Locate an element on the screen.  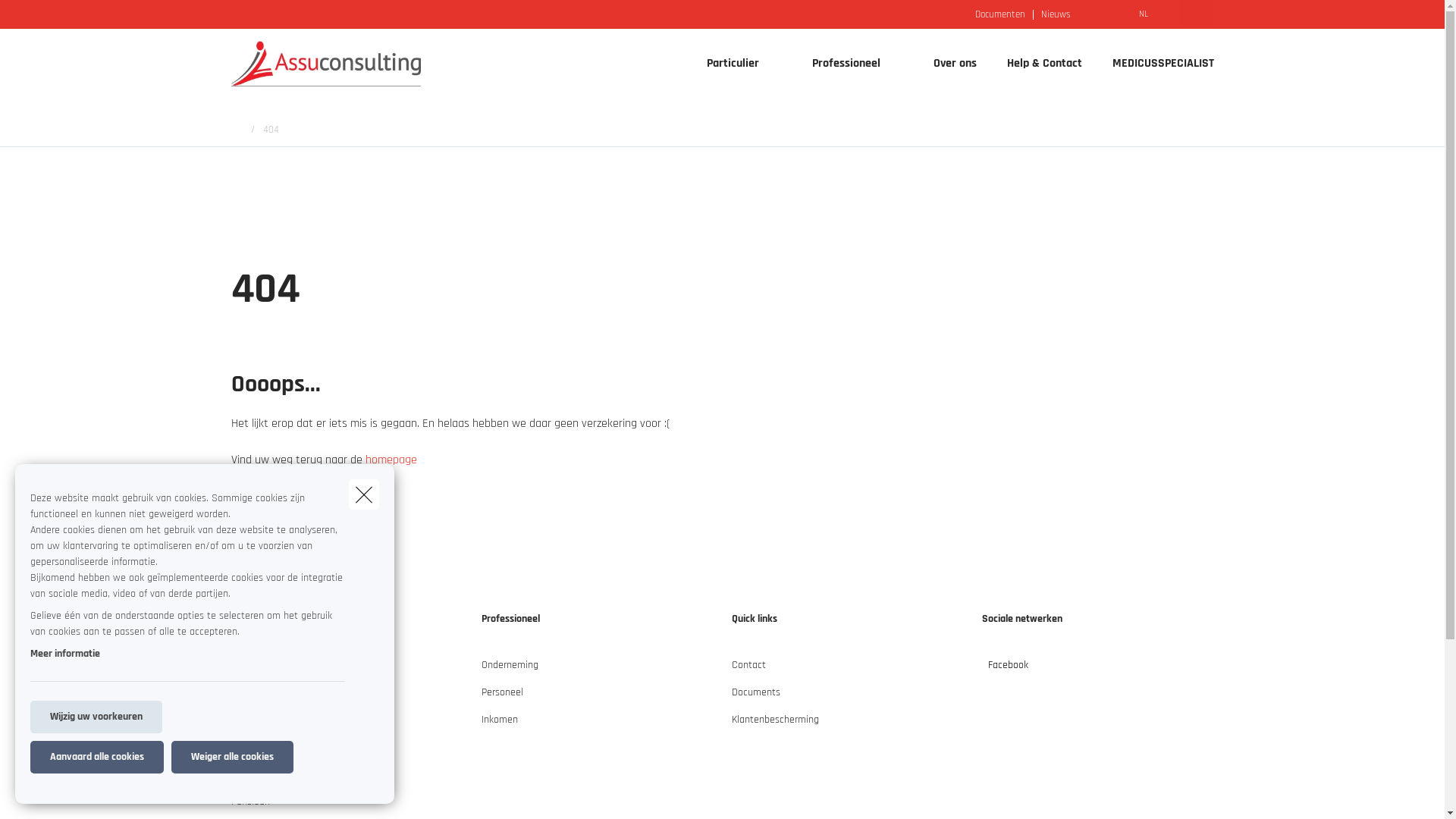
'Documenten' is located at coordinates (1000, 14).